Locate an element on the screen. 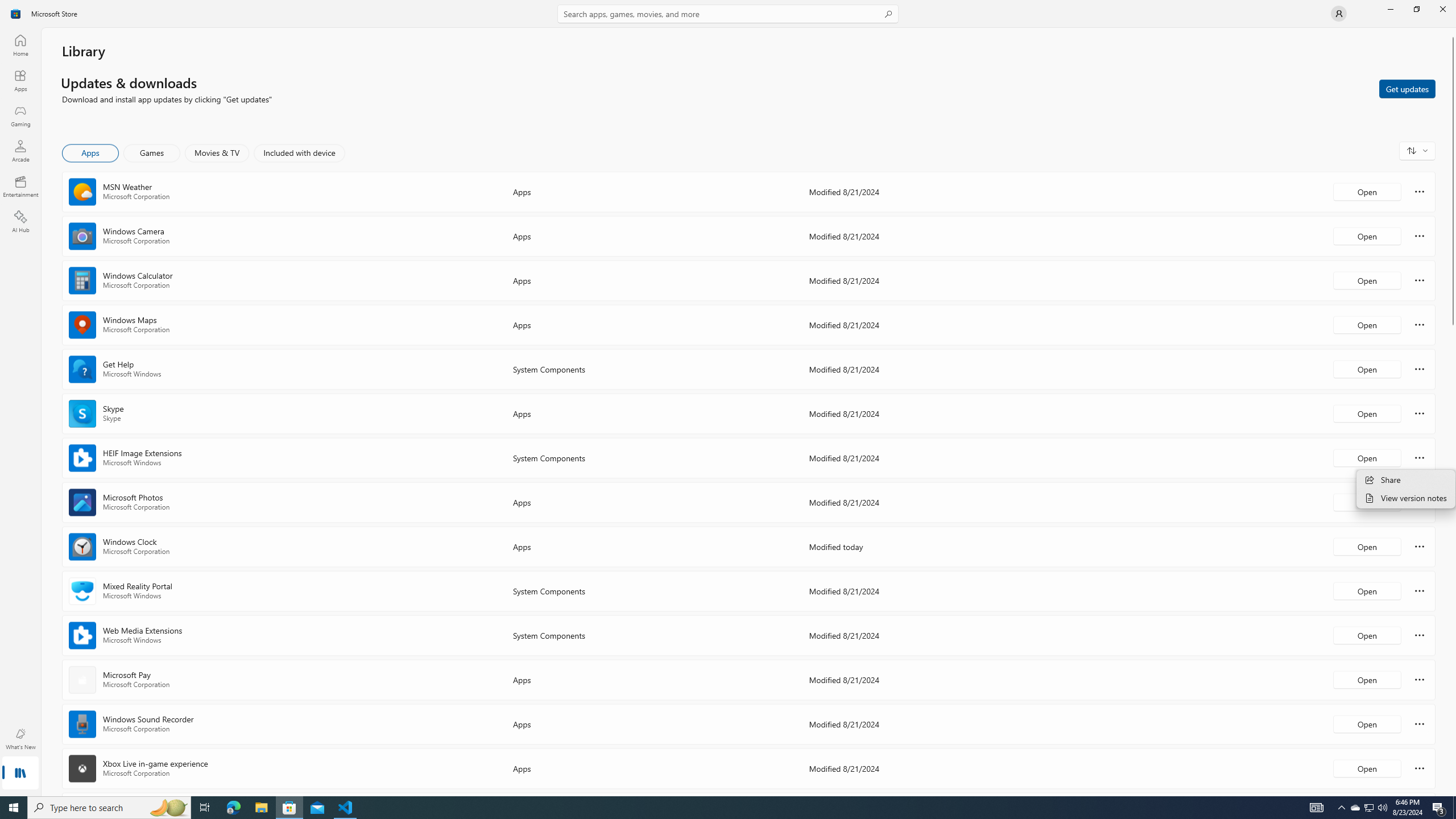  'Vertical Small Decrease' is located at coordinates (1451, 31).